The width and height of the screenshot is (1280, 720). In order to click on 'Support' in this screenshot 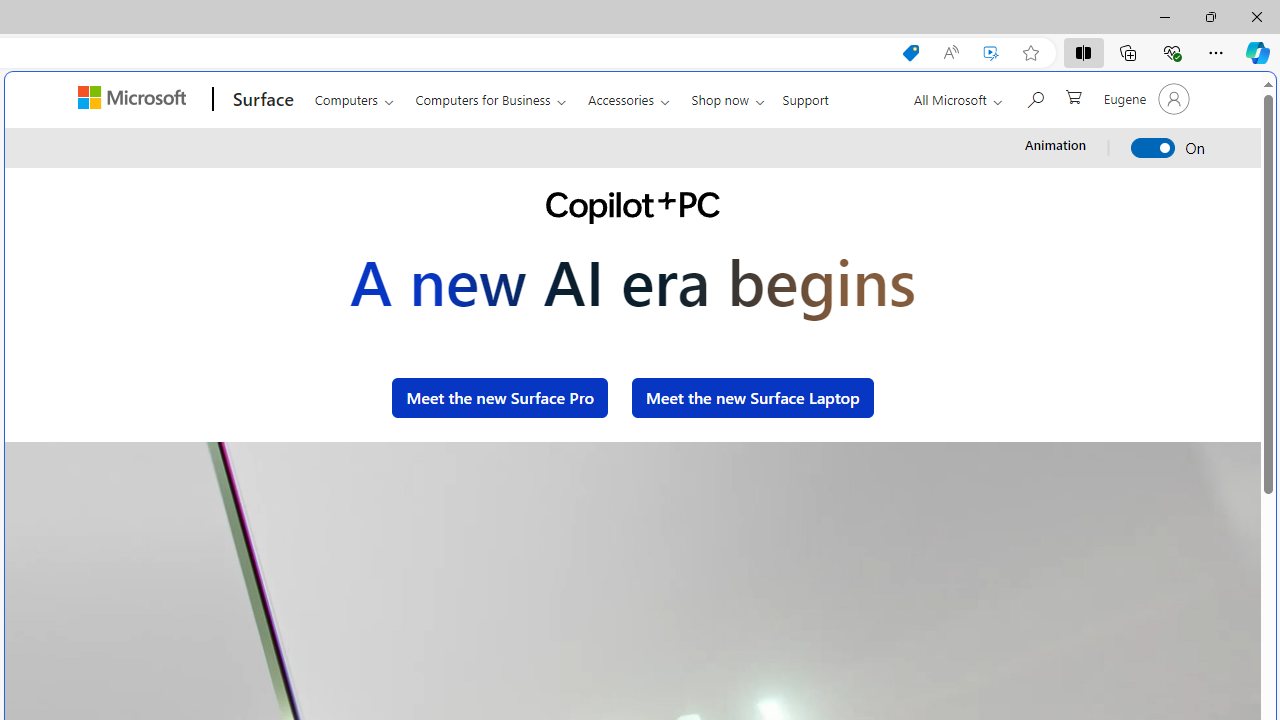, I will do `click(805, 96)`.